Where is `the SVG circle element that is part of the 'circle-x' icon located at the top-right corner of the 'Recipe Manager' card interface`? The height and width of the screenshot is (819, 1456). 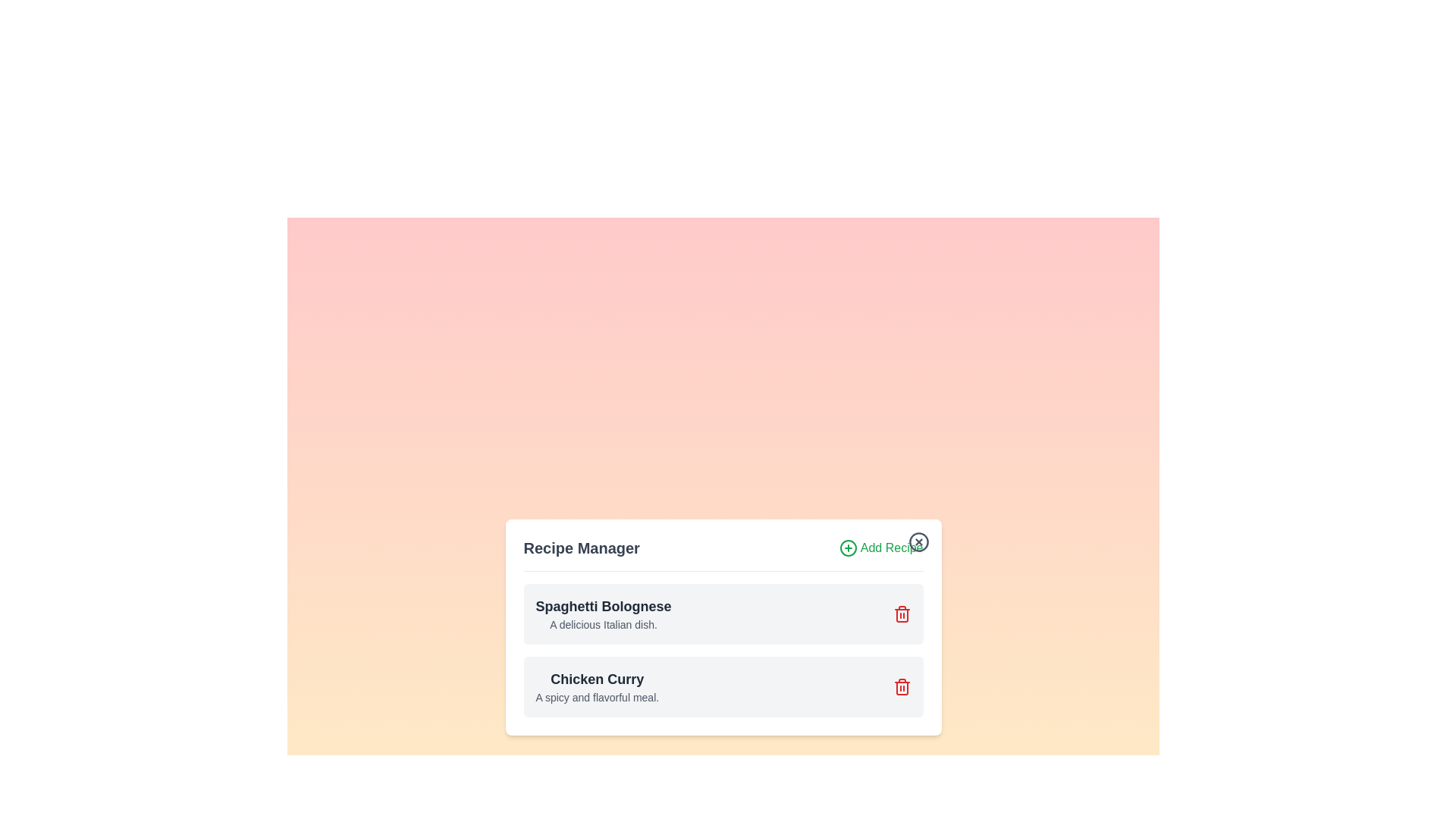
the SVG circle element that is part of the 'circle-x' icon located at the top-right corner of the 'Recipe Manager' card interface is located at coordinates (918, 541).